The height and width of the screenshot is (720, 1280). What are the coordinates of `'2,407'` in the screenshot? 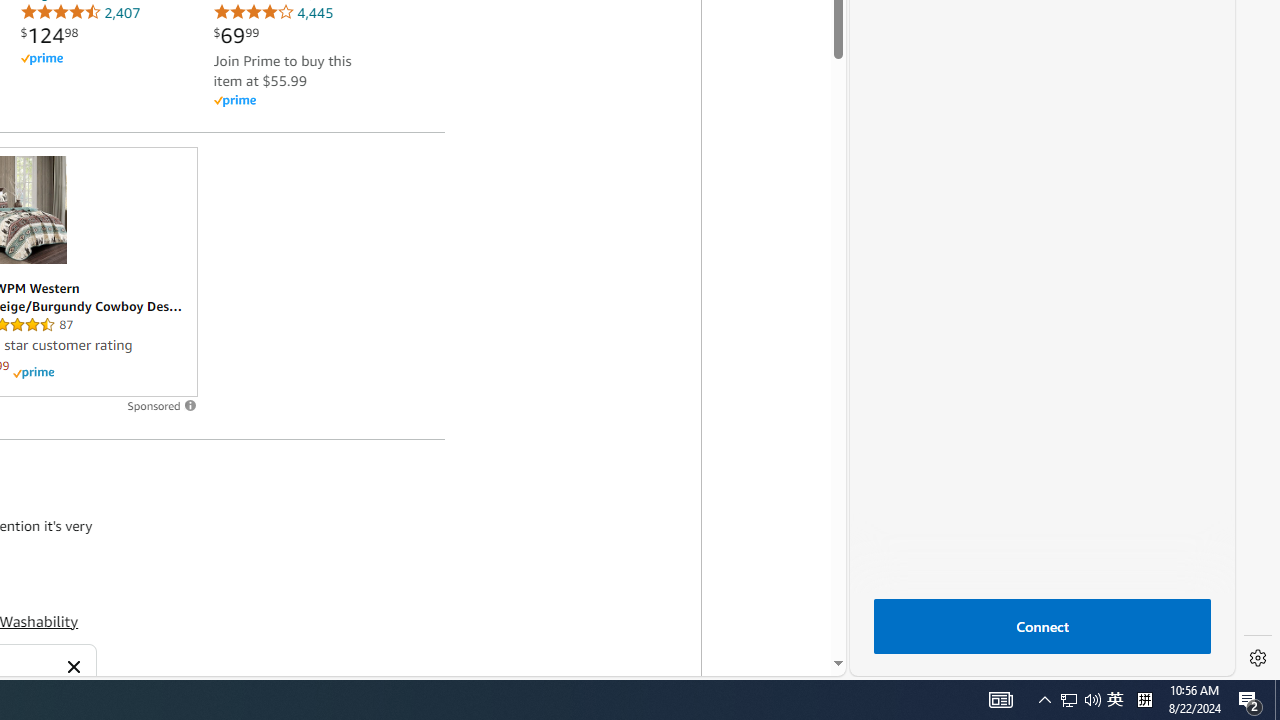 It's located at (80, 12).